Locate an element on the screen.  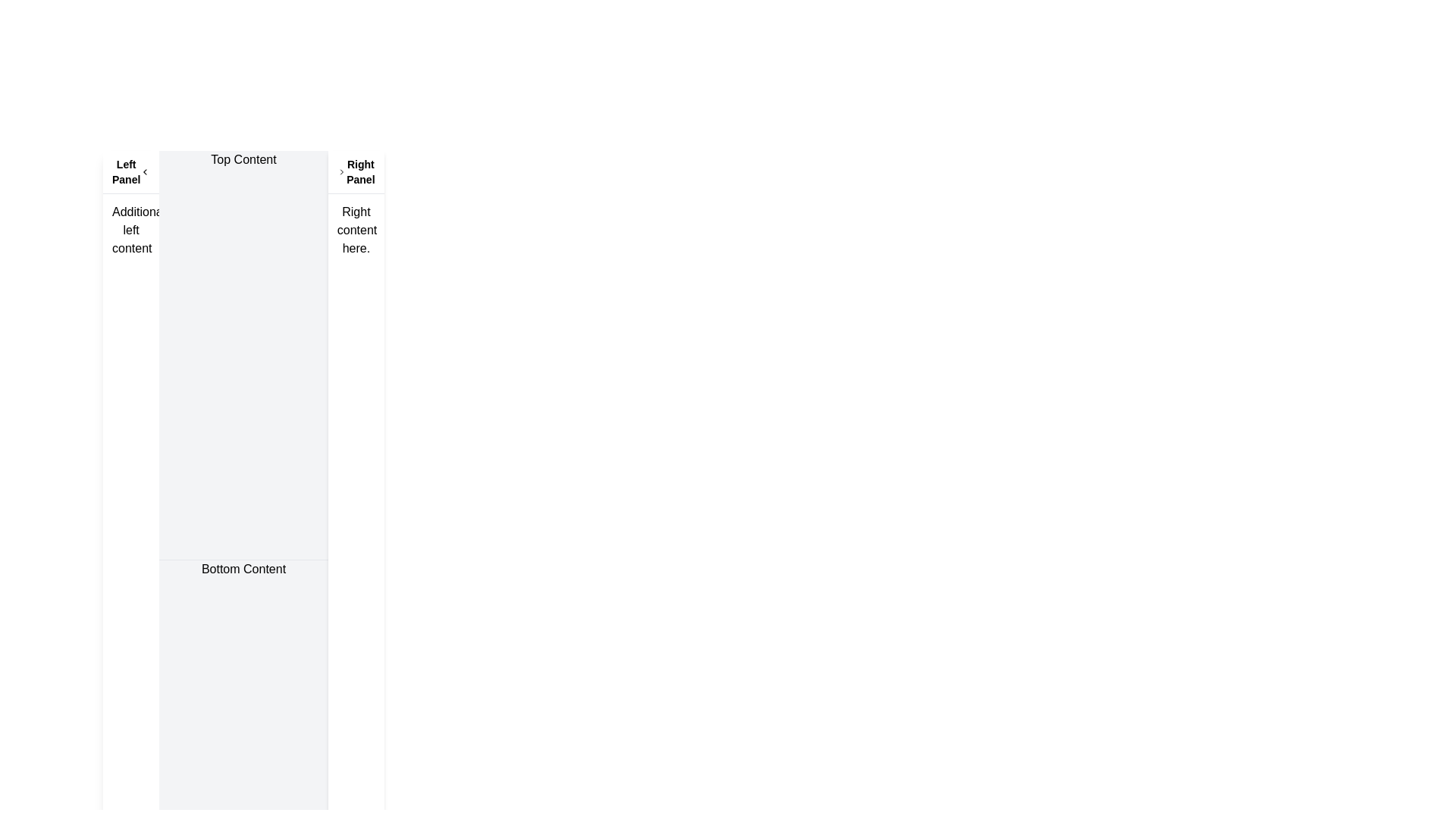
the arrow icon located to the left of the 'Right Panel' header to expand or collapse the associated panel is located at coordinates (355, 171).